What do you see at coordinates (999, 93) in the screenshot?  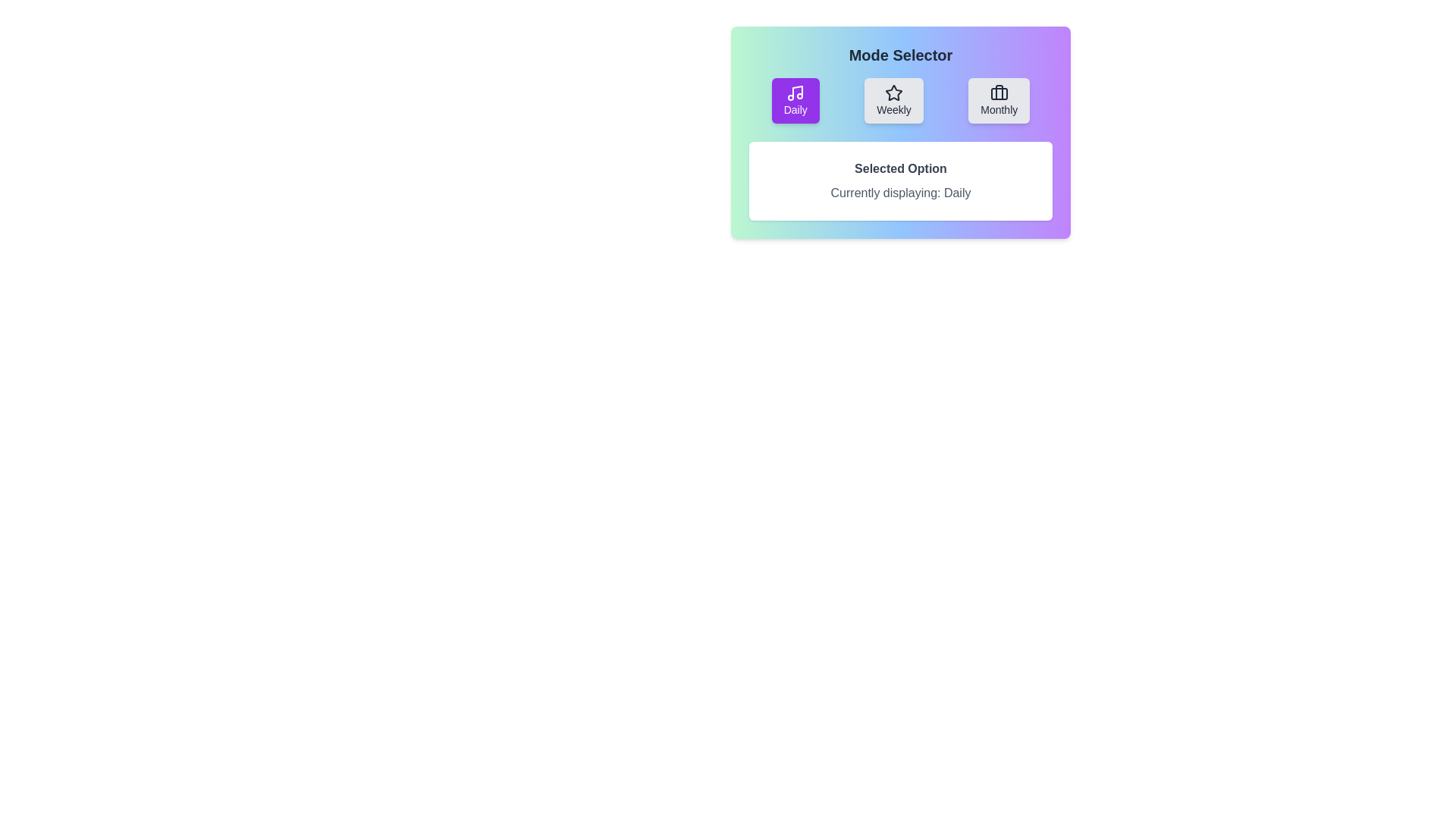 I see `the 'Monthly' icon in the mode selector, which is located at the top-center of the button directly above the 'Monthly' label` at bounding box center [999, 93].